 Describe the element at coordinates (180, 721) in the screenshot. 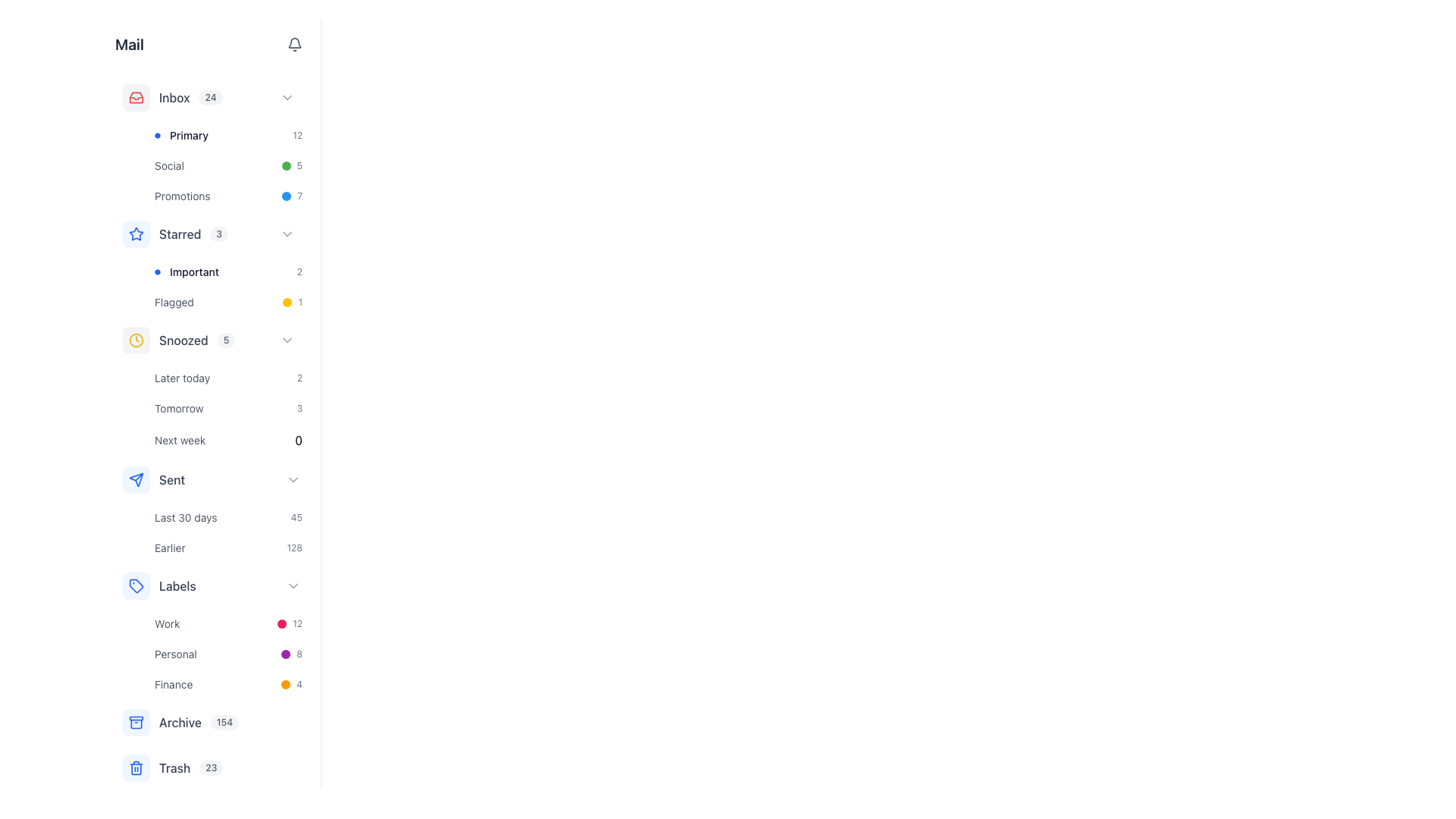

I see `the text label indicating the archive section in the navigational menu, positioned between an archive box icon and a numerical badge (154)` at that location.